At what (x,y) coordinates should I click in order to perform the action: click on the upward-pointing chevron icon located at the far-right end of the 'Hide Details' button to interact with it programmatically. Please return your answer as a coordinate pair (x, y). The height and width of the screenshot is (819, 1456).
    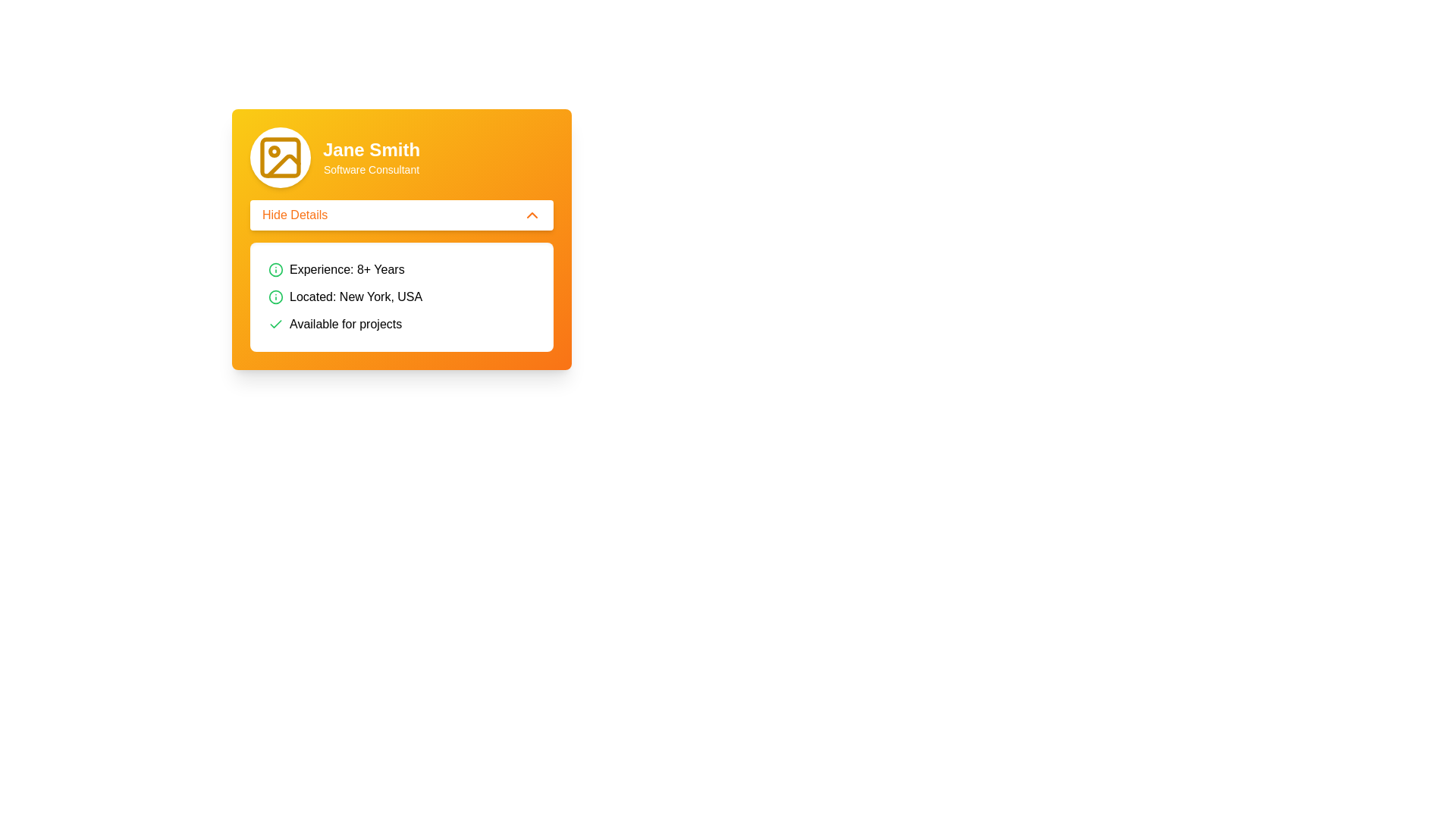
    Looking at the image, I should click on (532, 215).